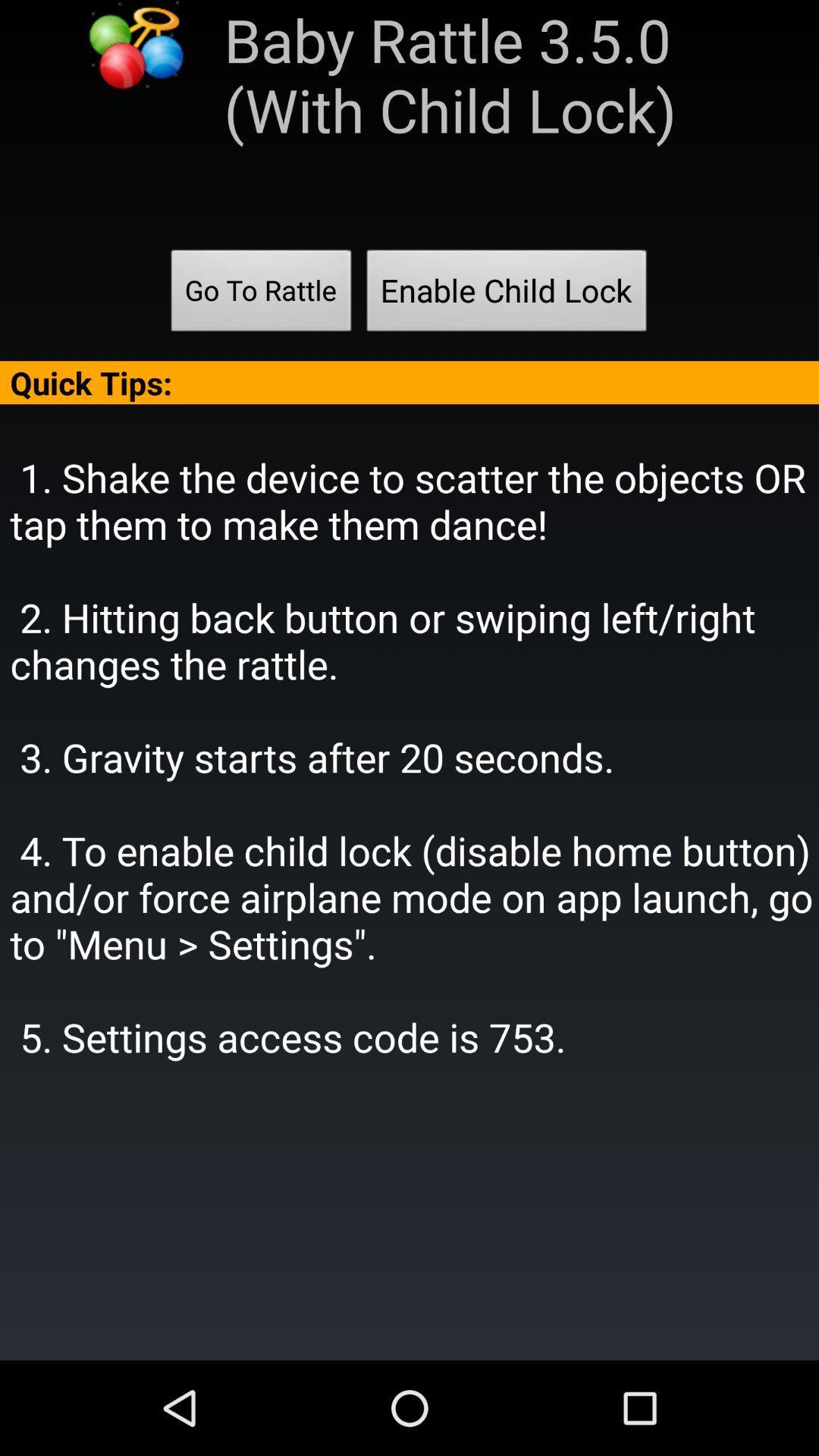 The width and height of the screenshot is (819, 1456). What do you see at coordinates (260, 295) in the screenshot?
I see `the item above quick tips: app` at bounding box center [260, 295].